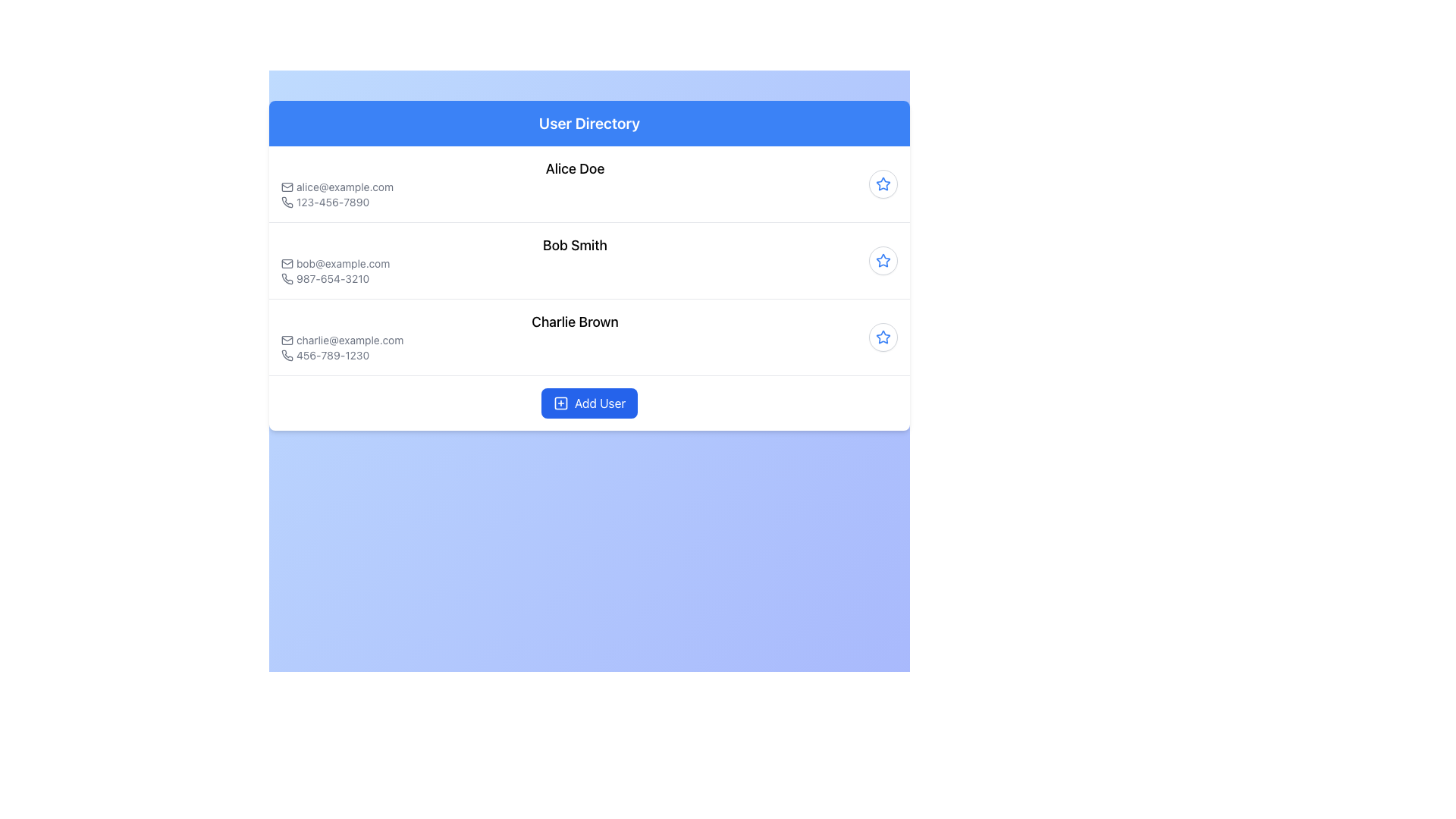 Image resolution: width=1456 pixels, height=819 pixels. Describe the element at coordinates (287, 262) in the screenshot. I see `the envelope icon in the User Directory adjacent to Bob Smith's email 'bob@example.com'` at that location.